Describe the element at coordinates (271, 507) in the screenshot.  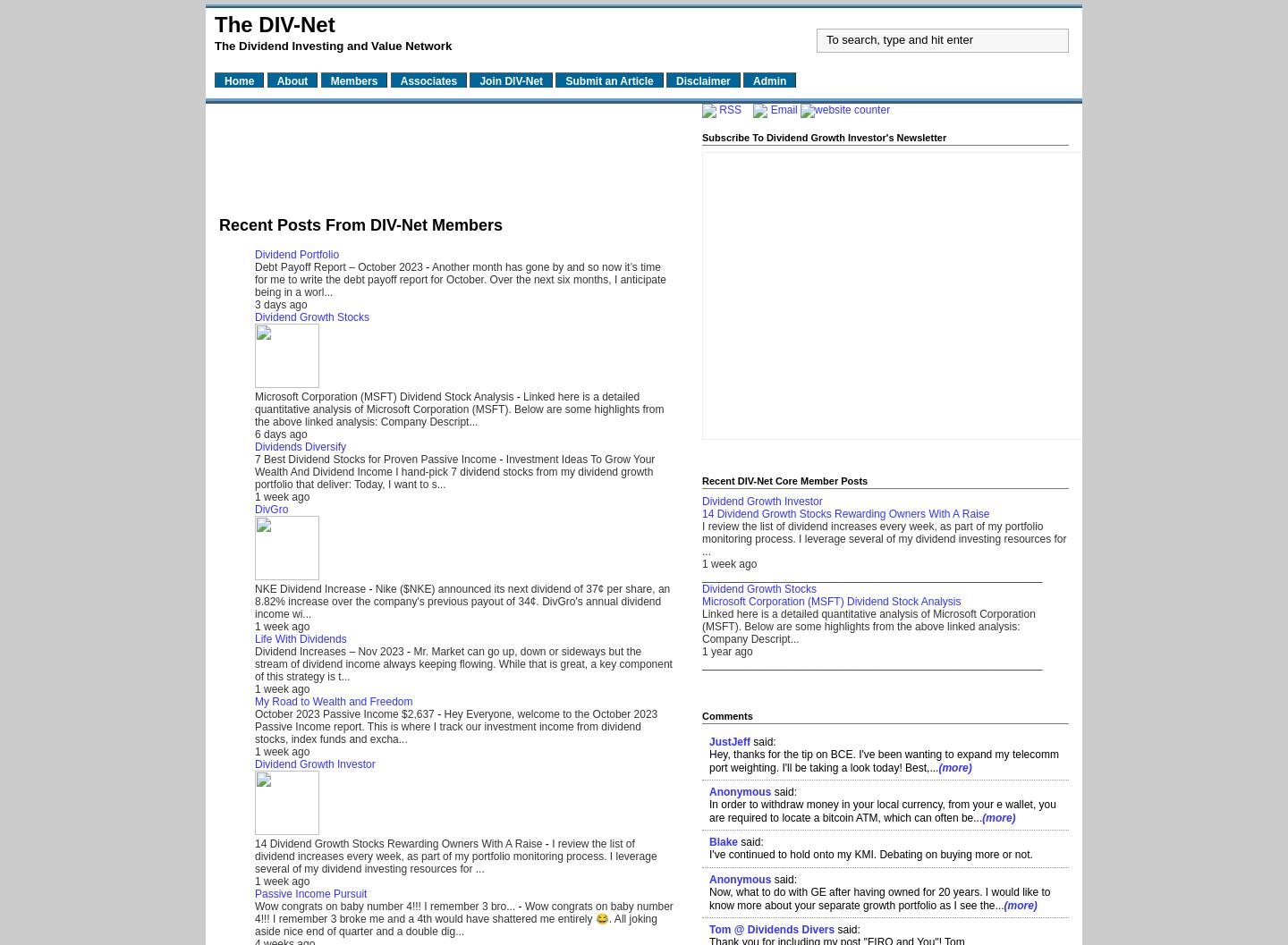
I see `'DivGro'` at that location.